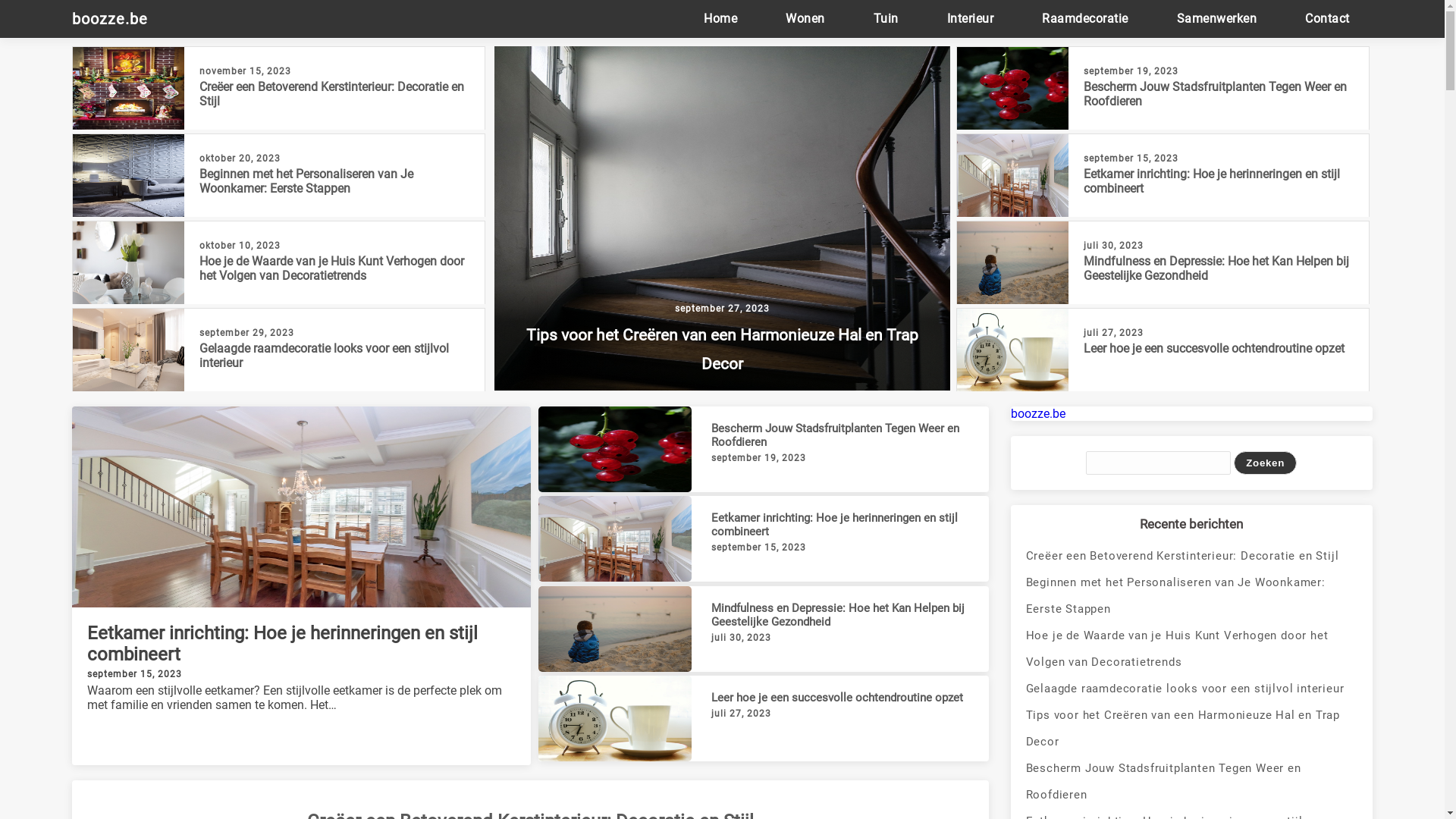 This screenshot has height=819, width=1456. What do you see at coordinates (804, 18) in the screenshot?
I see `'Wonen'` at bounding box center [804, 18].